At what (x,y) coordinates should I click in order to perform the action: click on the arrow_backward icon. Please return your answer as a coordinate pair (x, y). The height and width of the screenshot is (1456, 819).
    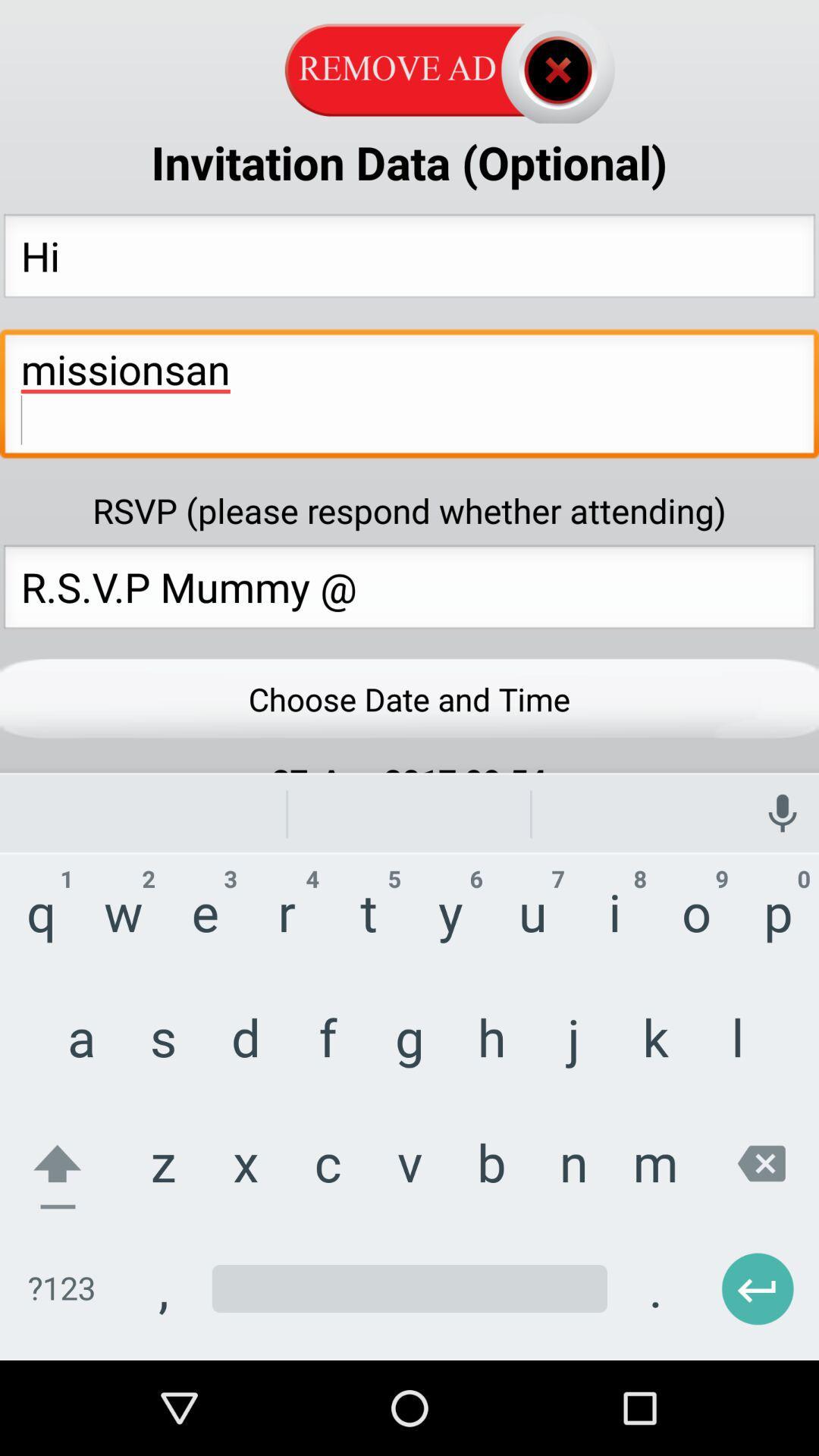
    Looking at the image, I should click on (739, 1392).